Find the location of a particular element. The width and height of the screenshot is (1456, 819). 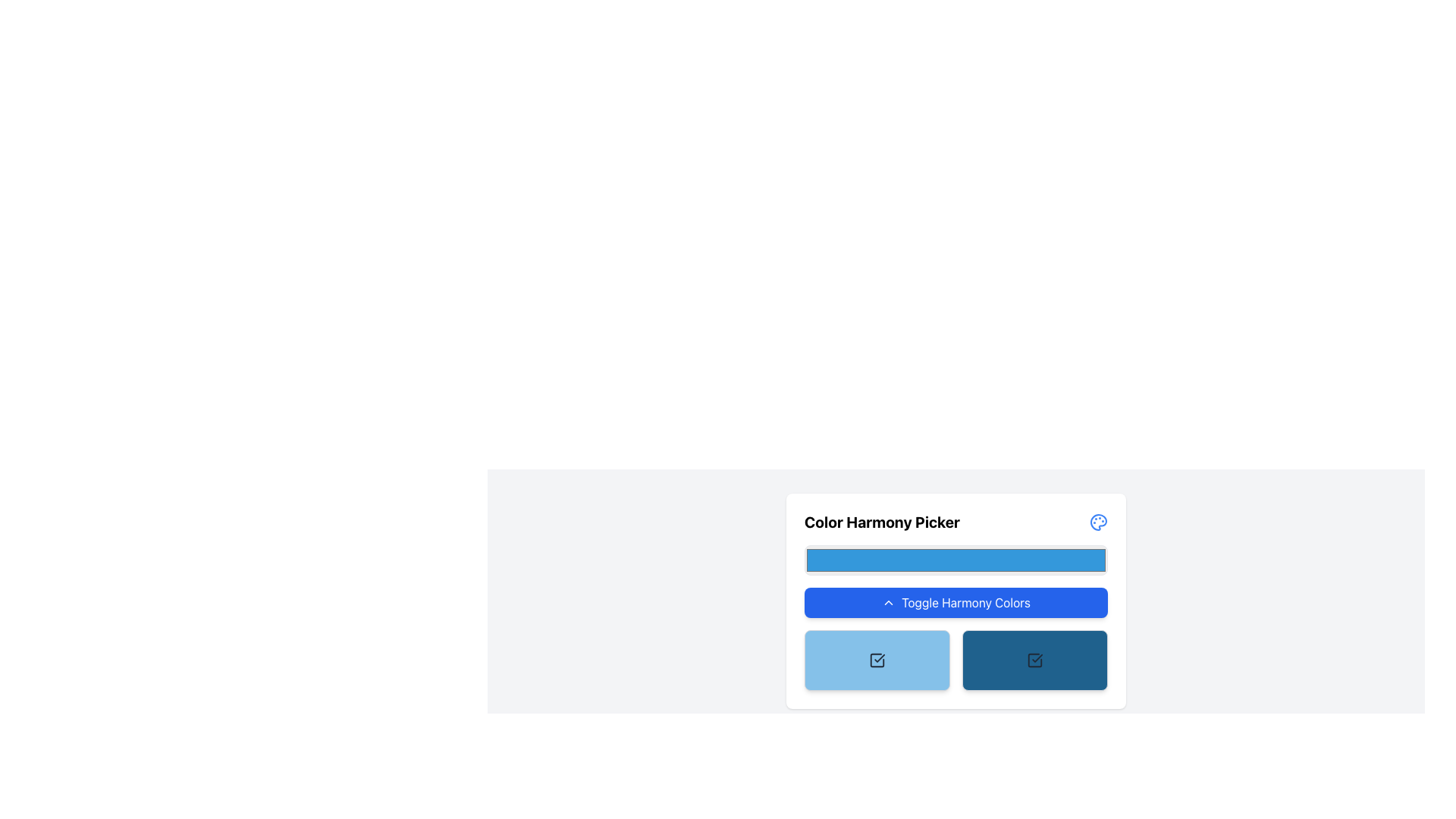

the checkmark icon located inside the light blue square at the bottom-left of the interface is located at coordinates (880, 657).